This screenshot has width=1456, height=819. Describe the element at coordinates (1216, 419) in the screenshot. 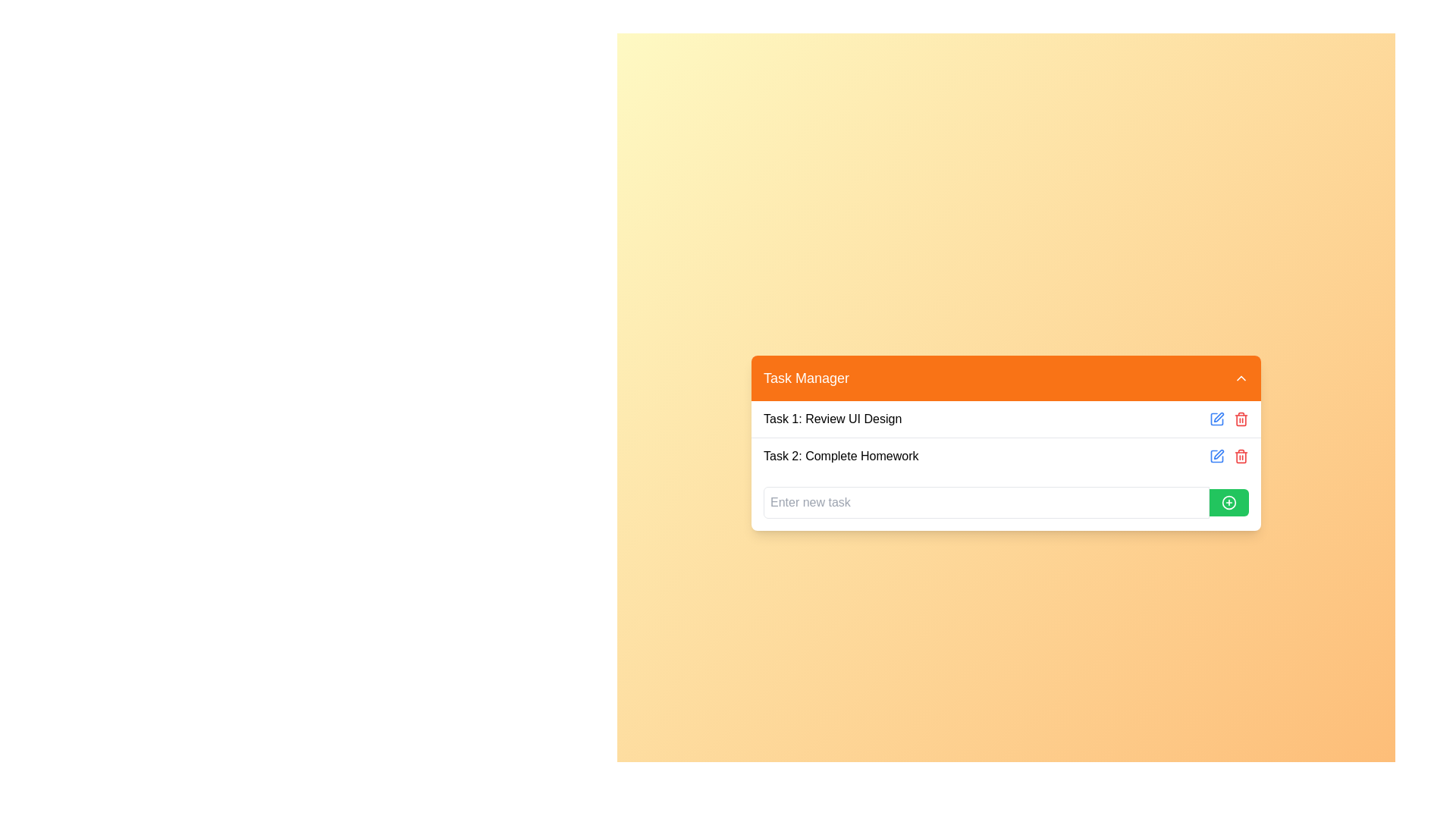

I see `the interactive edit button located on the right side of the header of the first task item` at that location.